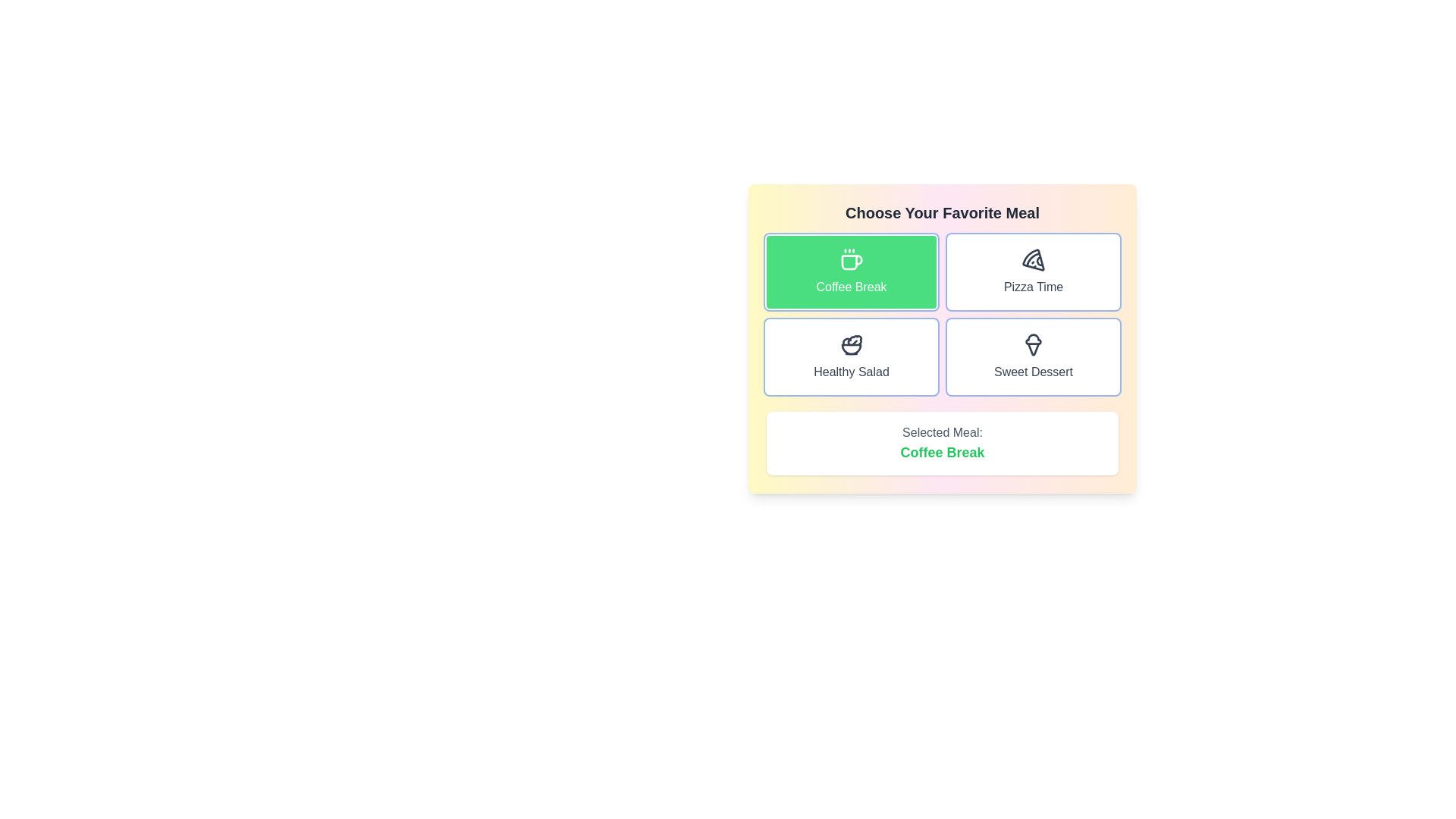 This screenshot has width=1456, height=819. Describe the element at coordinates (852, 356) in the screenshot. I see `the button corresponding to the meal Healthy Salad to select it` at that location.